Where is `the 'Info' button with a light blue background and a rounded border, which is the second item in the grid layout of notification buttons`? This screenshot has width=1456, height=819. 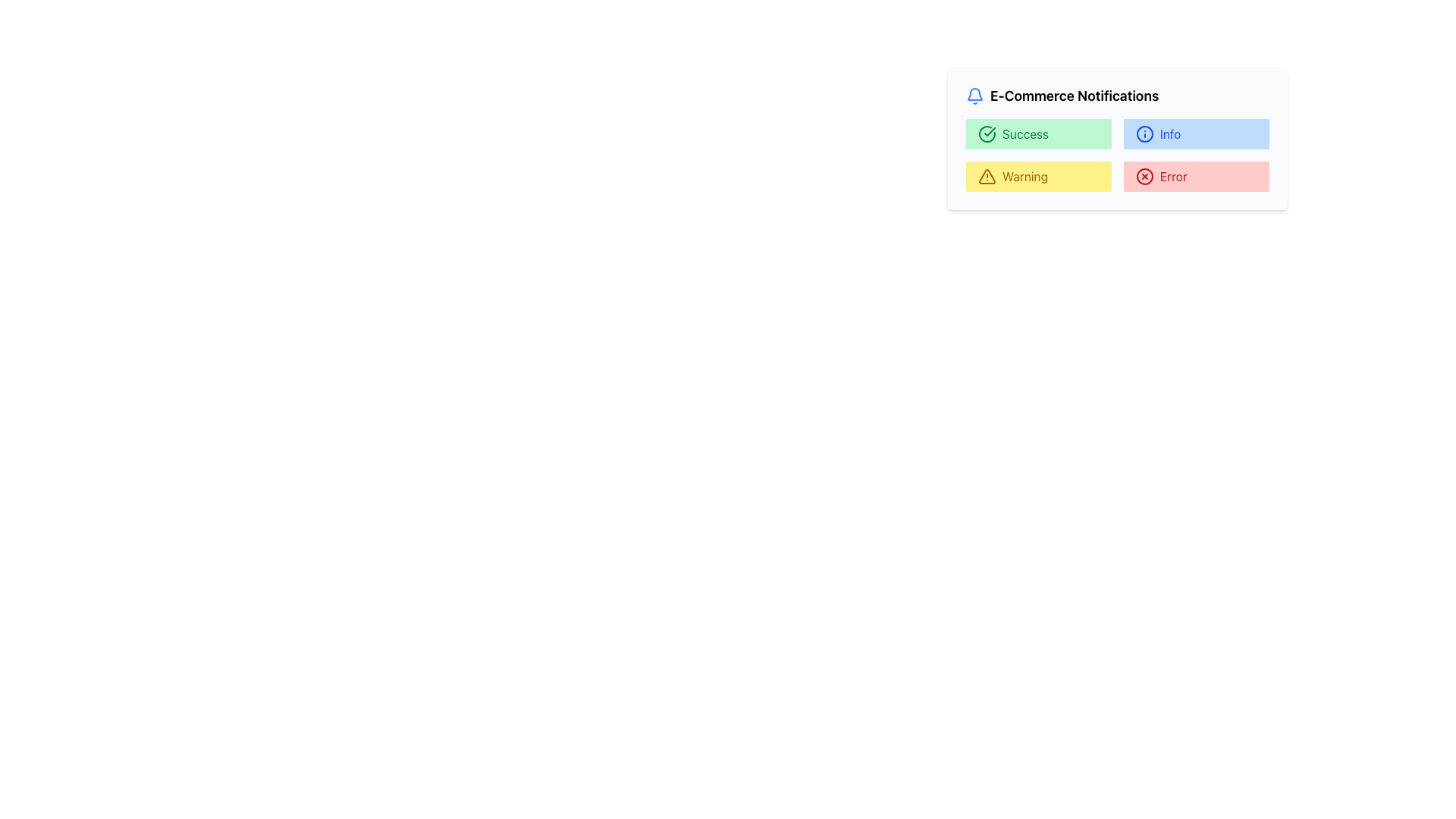 the 'Info' button with a light blue background and a rounded border, which is the second item in the grid layout of notification buttons is located at coordinates (1196, 133).